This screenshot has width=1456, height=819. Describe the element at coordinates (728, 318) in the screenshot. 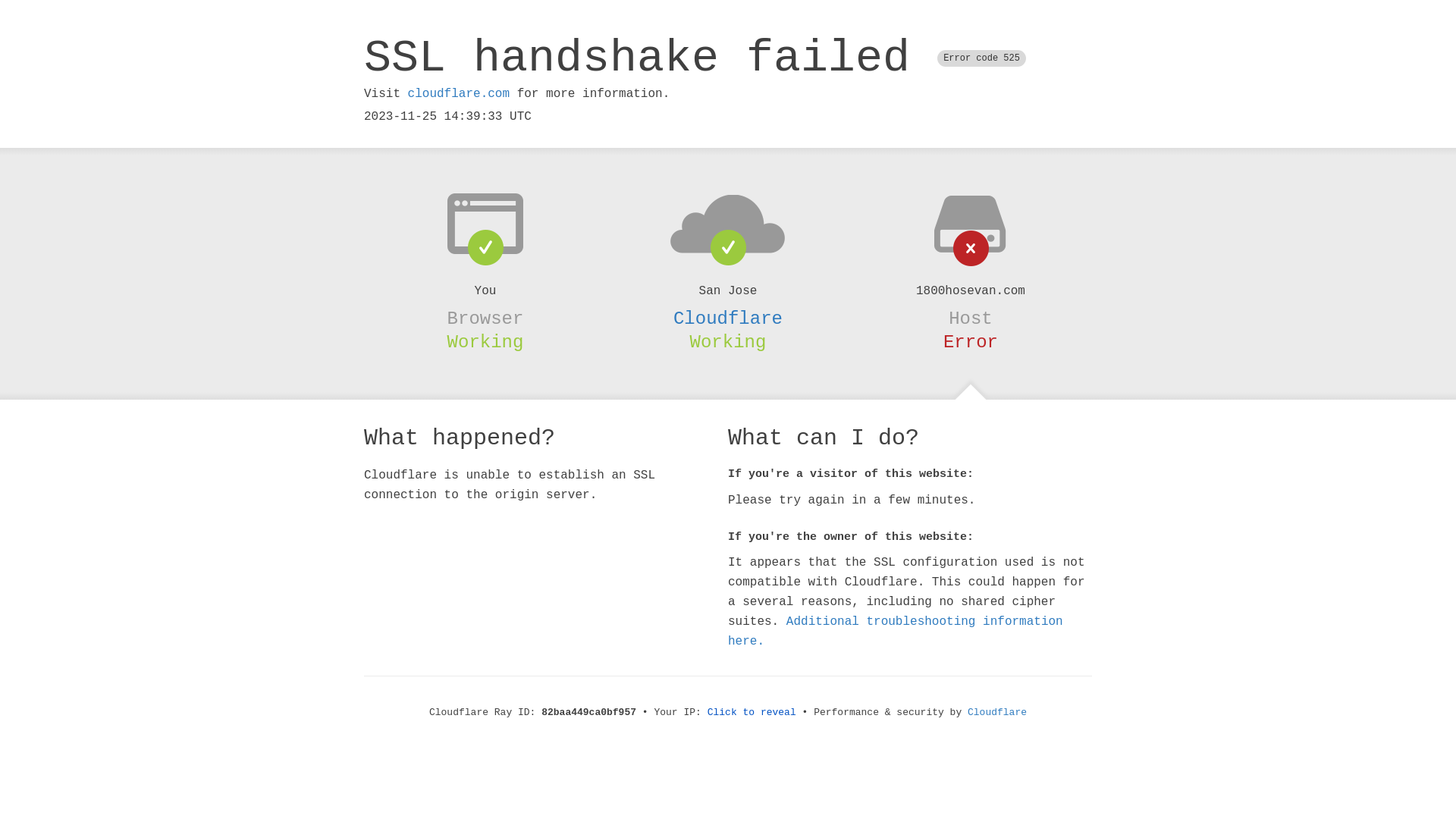

I see `'Cloudflare'` at that location.